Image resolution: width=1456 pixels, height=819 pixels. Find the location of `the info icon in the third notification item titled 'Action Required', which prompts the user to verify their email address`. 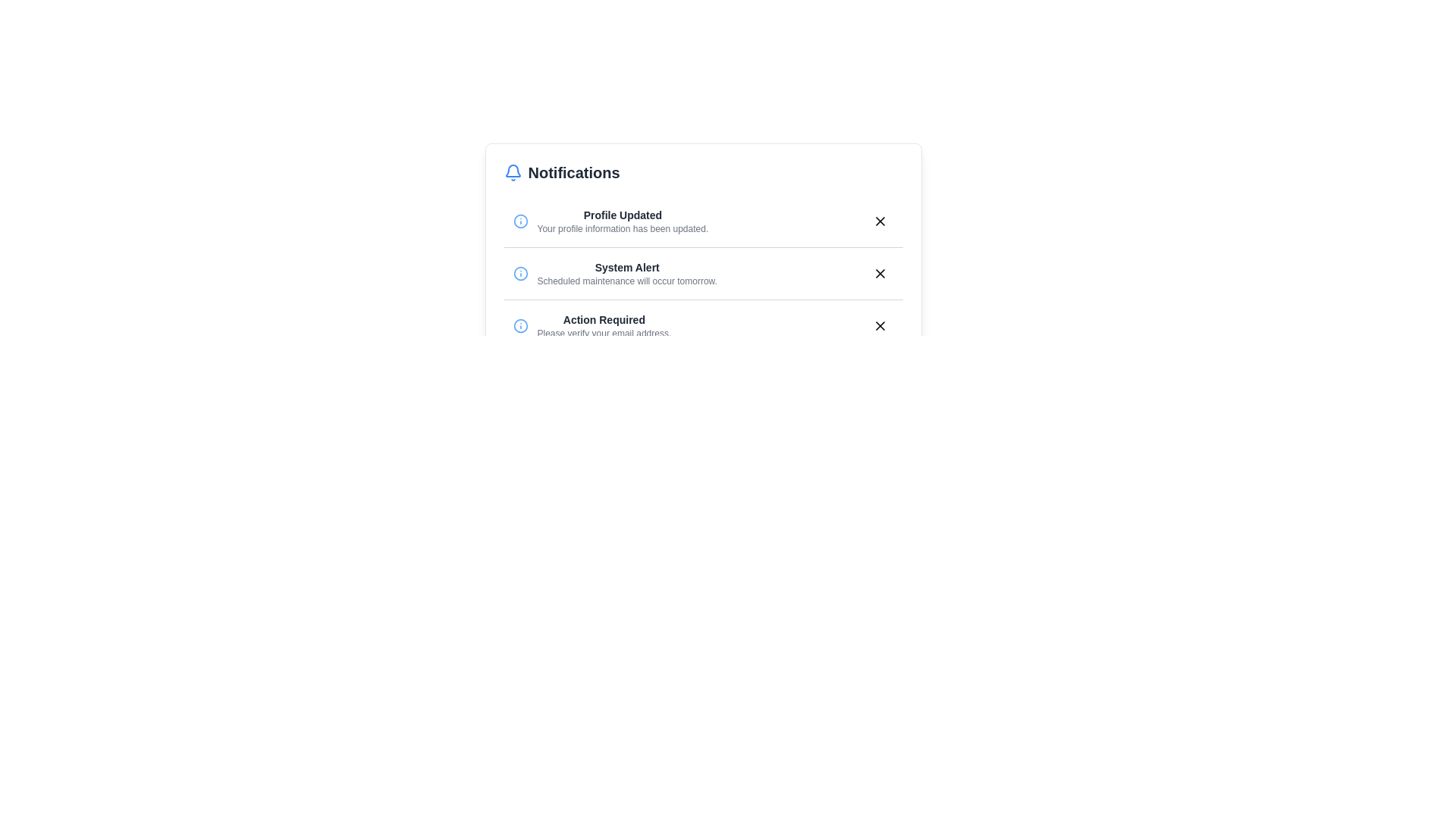

the info icon in the third notification item titled 'Action Required', which prompts the user to verify their email address is located at coordinates (591, 325).